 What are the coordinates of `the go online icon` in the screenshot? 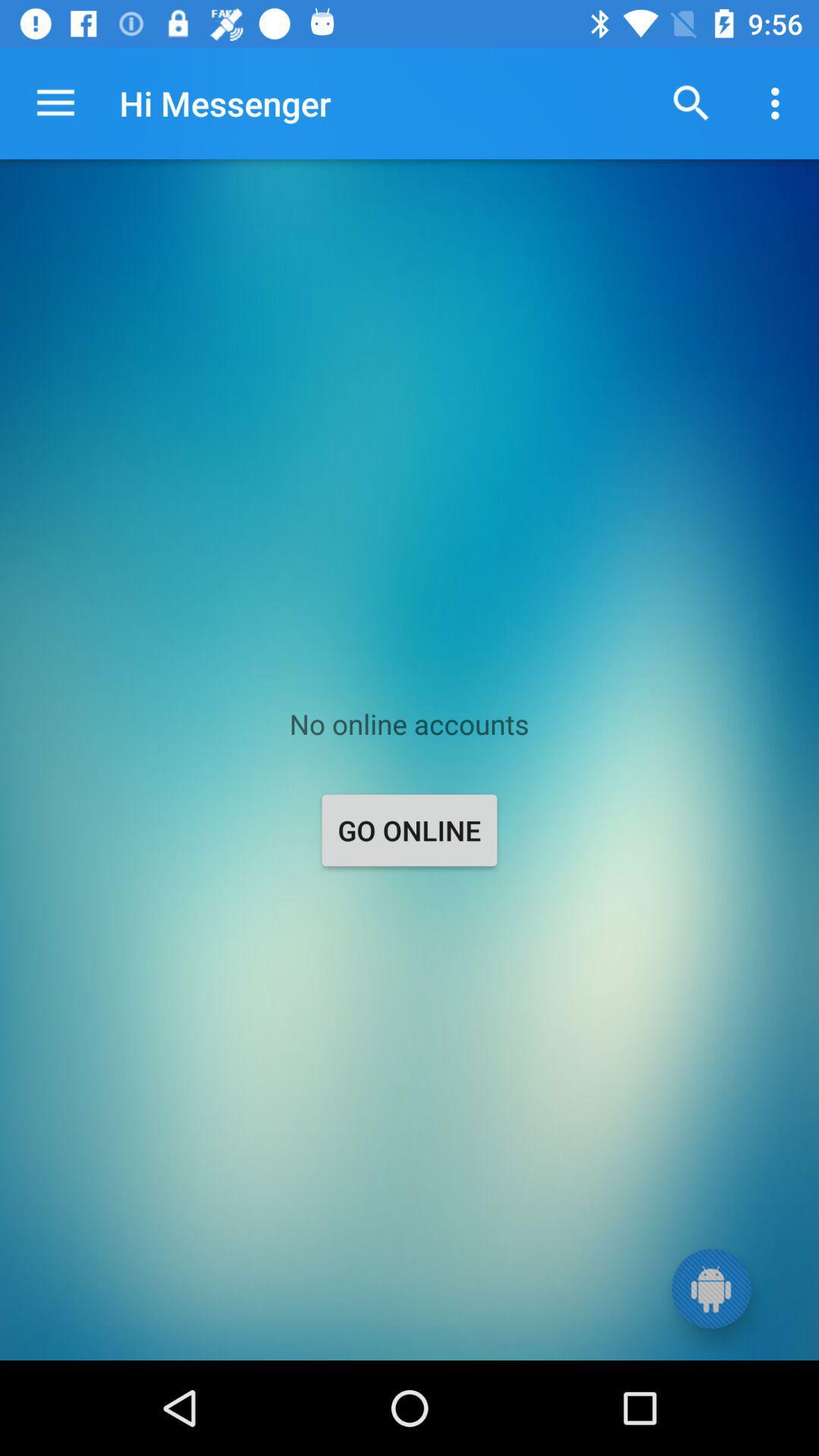 It's located at (409, 829).